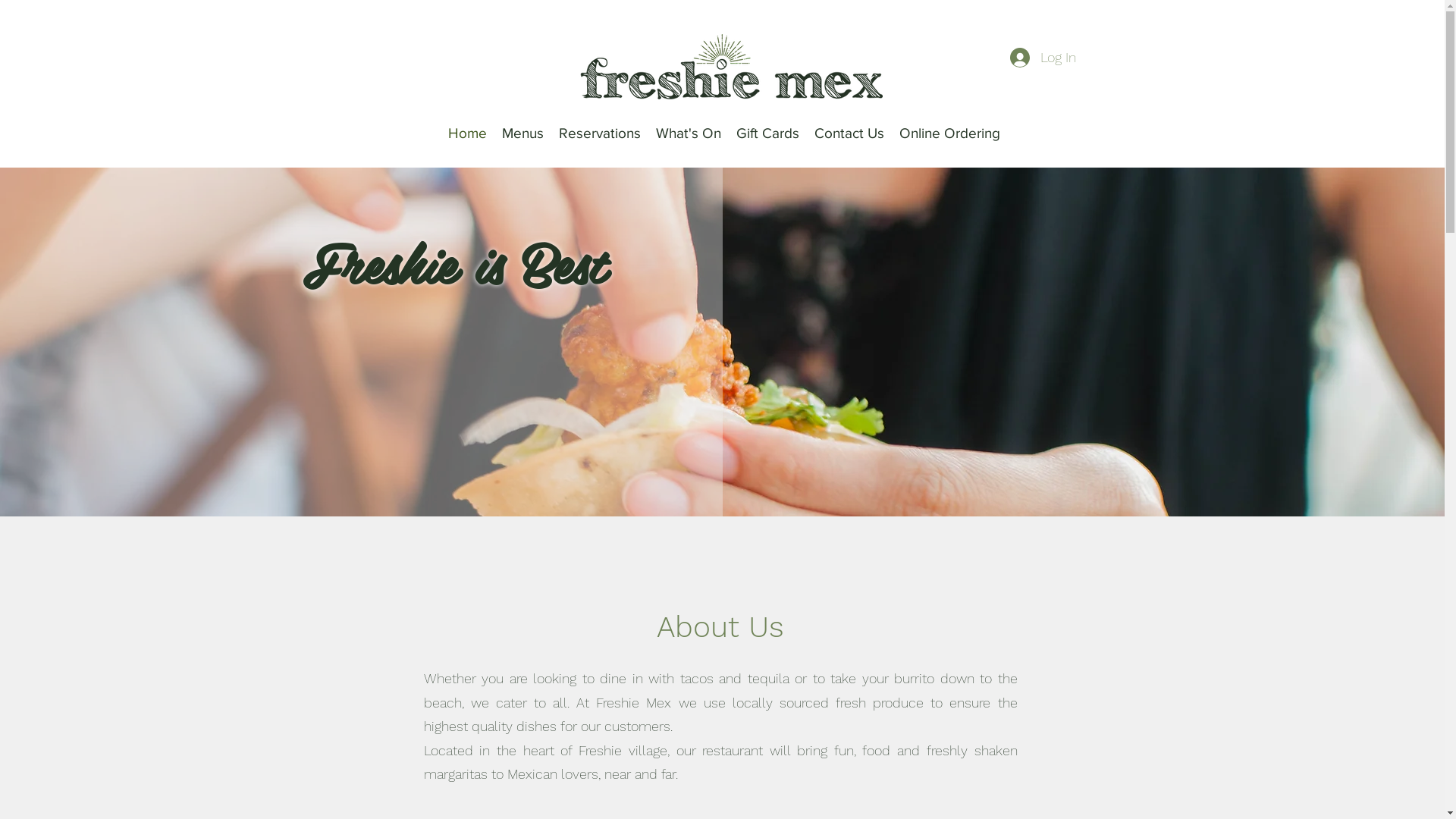  I want to click on 'Home', so click(466, 133).